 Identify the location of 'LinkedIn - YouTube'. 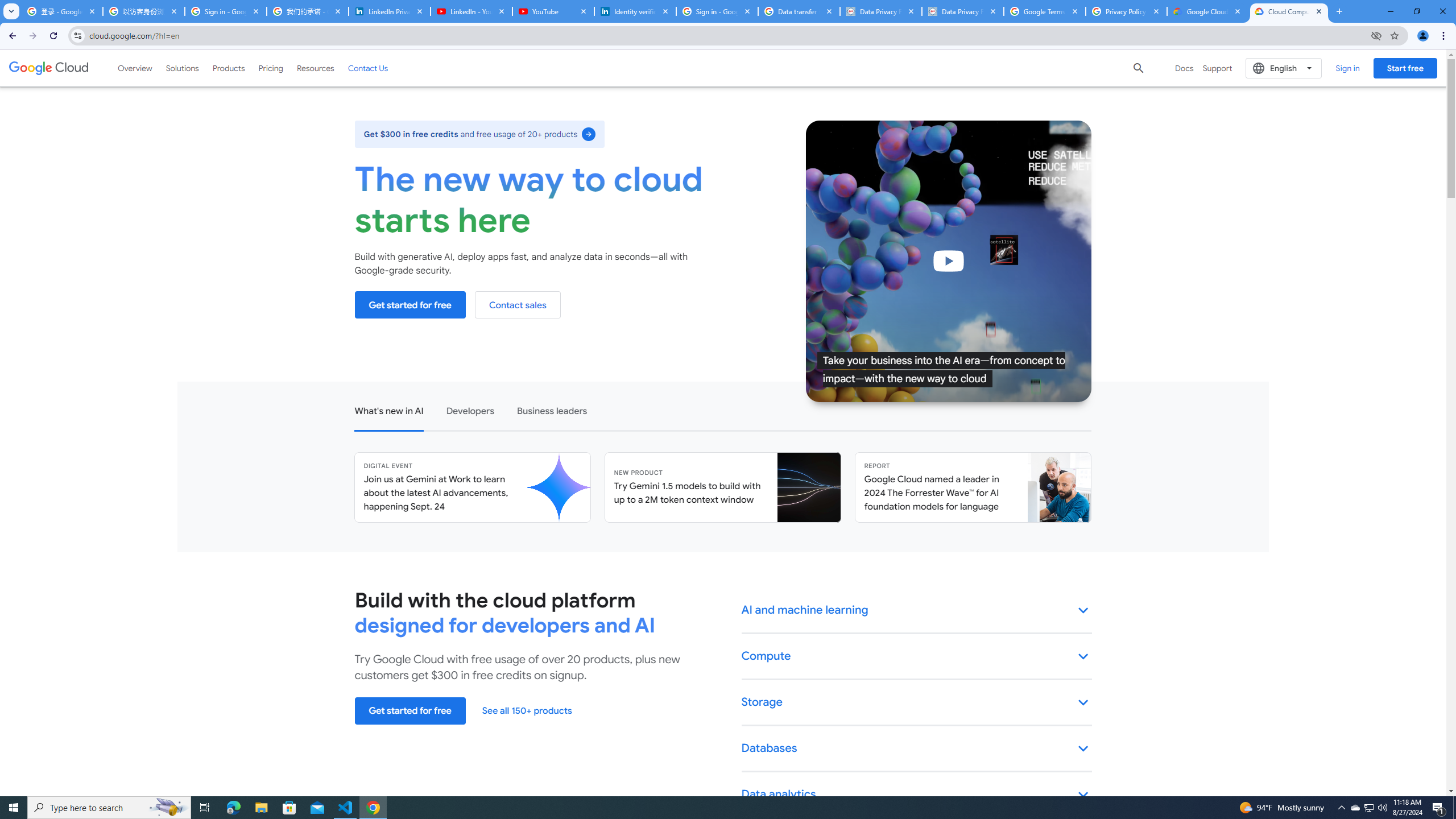
(470, 11).